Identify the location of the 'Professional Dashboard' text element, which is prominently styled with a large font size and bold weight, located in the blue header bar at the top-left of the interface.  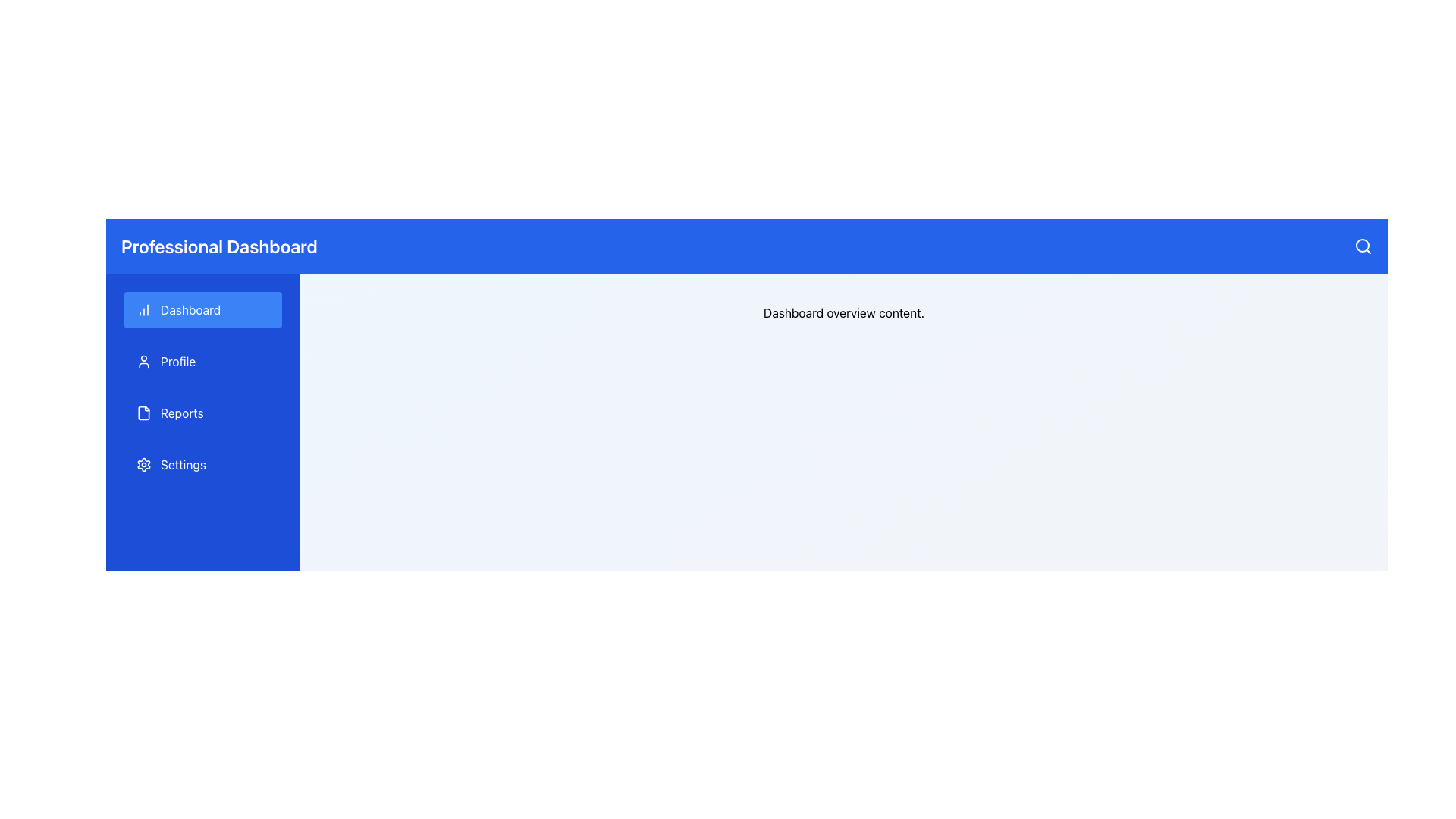
(218, 245).